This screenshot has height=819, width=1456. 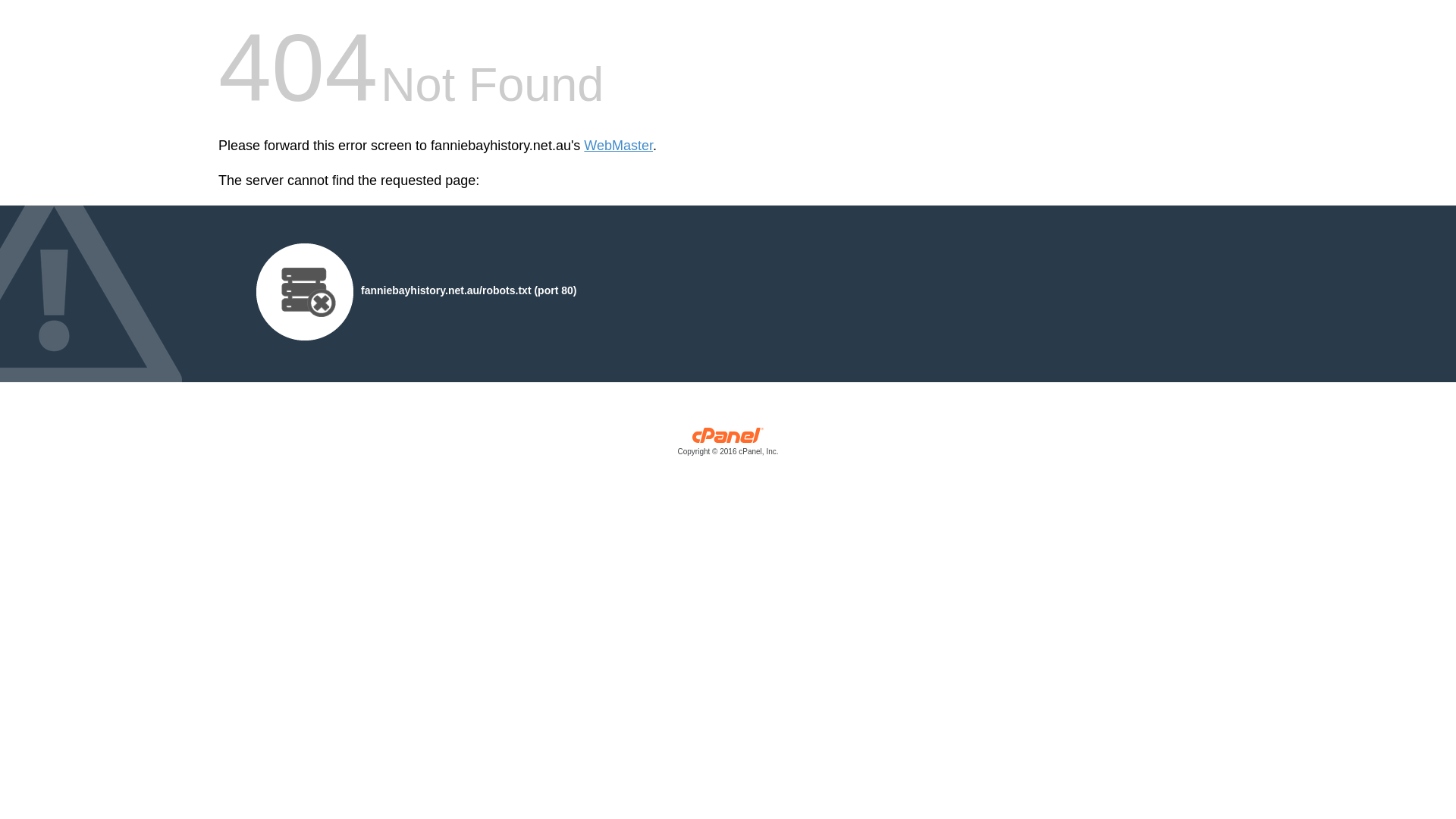 What do you see at coordinates (618, 146) in the screenshot?
I see `'WebMaster'` at bounding box center [618, 146].